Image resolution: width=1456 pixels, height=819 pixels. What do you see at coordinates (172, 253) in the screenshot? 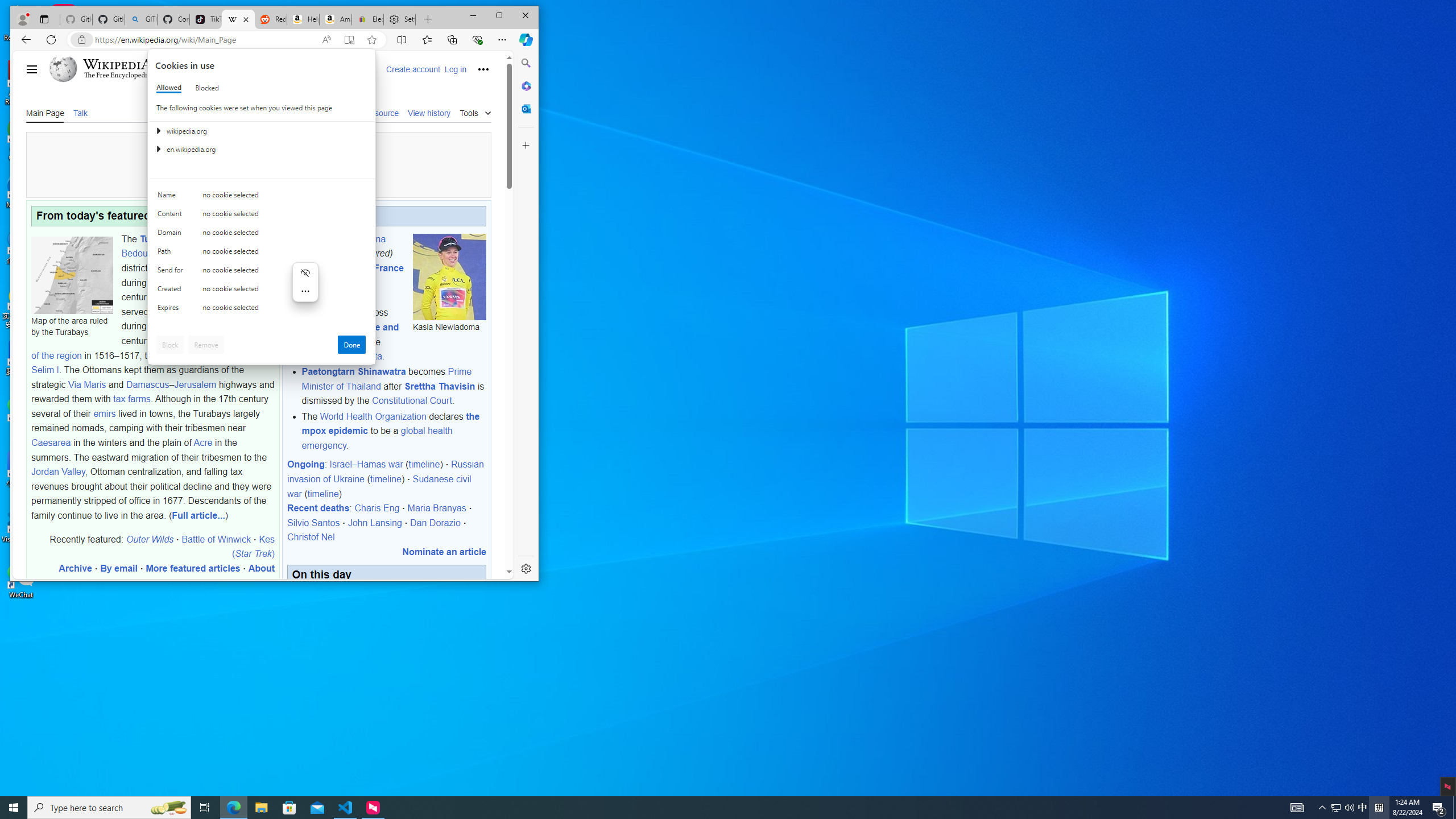
I see `'Path'` at bounding box center [172, 253].